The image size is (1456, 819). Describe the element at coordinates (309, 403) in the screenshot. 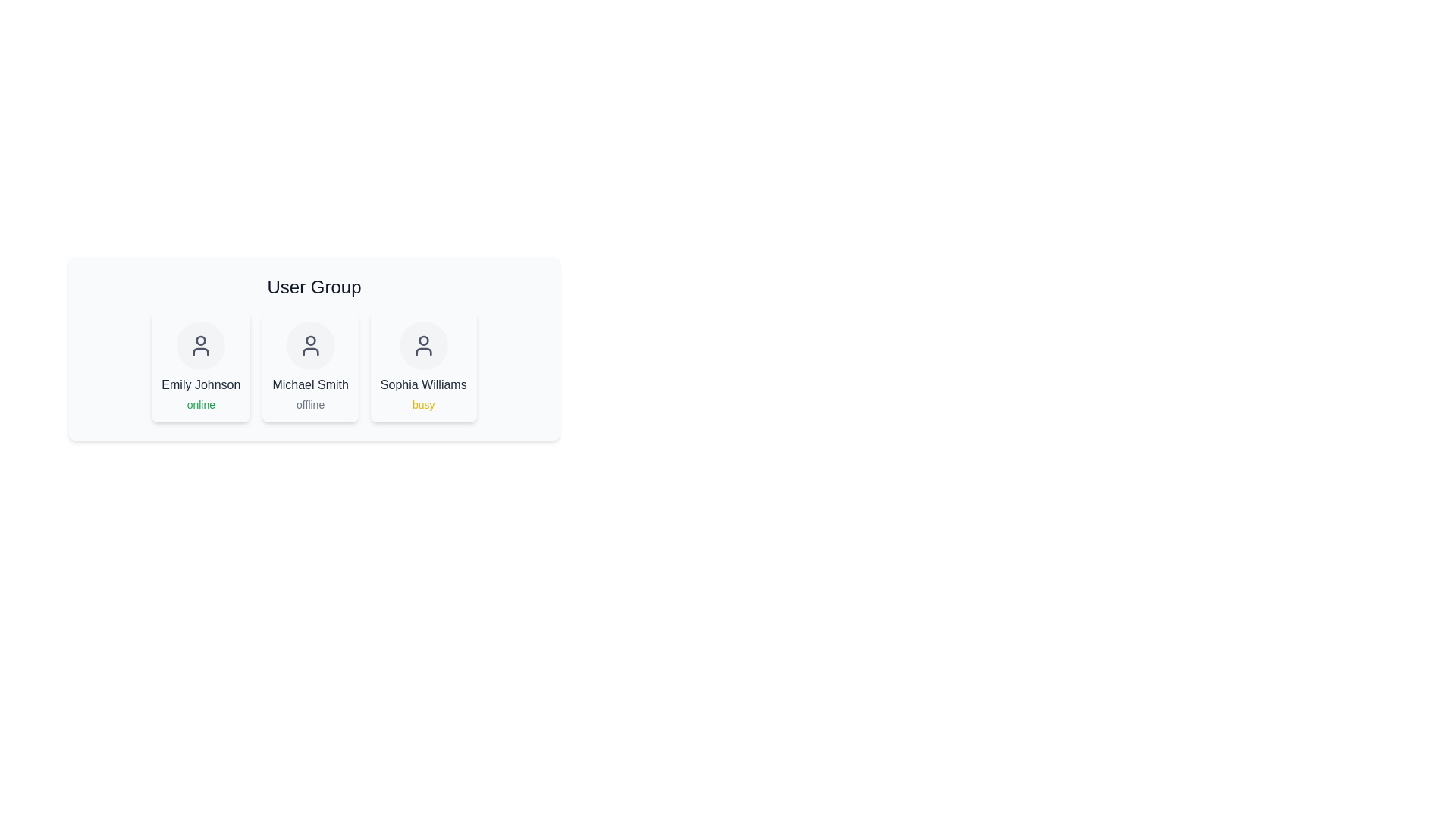

I see `text label indicating the current status of Michael Smith, which shows that he is offline` at that location.